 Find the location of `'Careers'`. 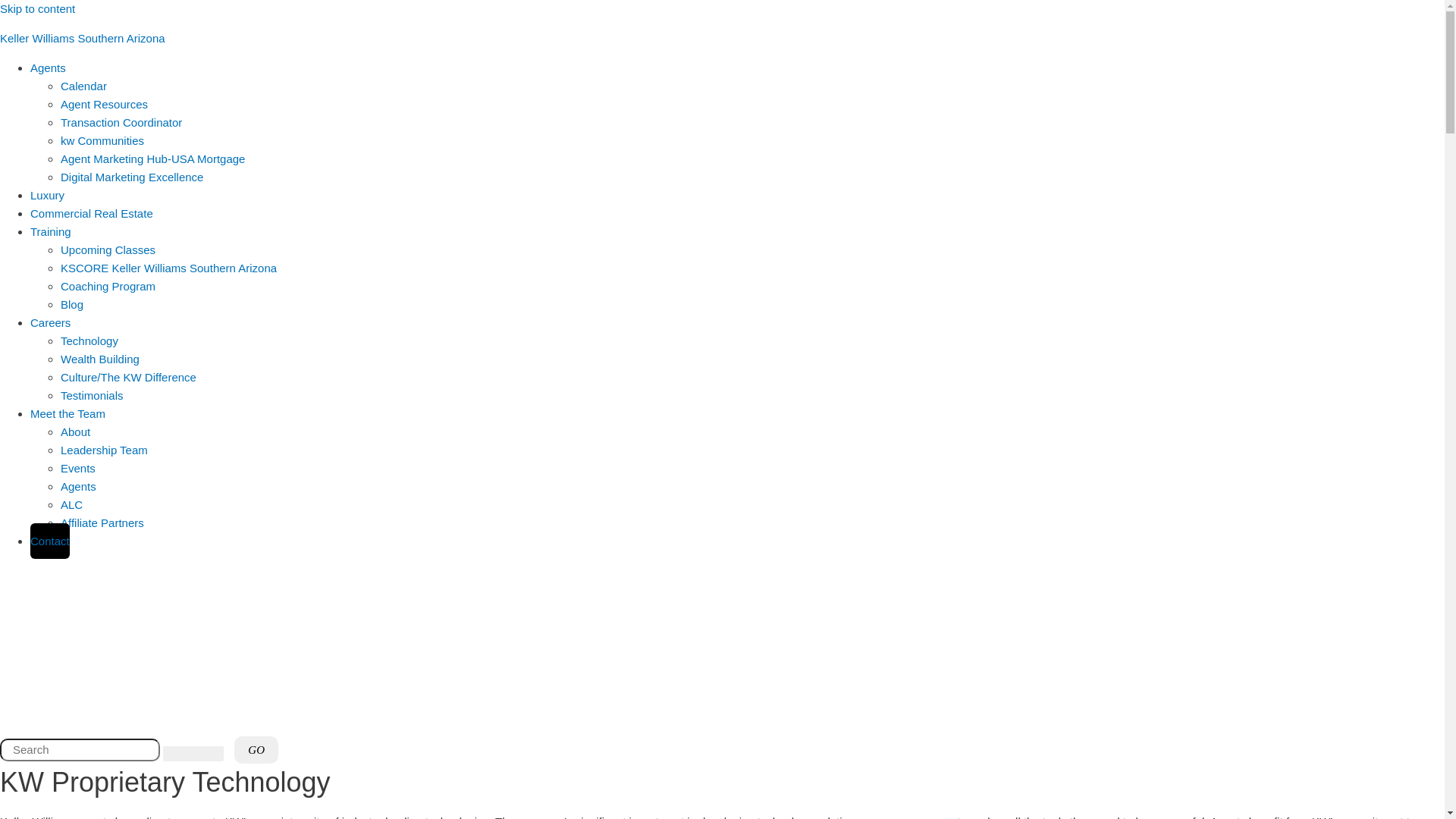

'Careers' is located at coordinates (30, 312).